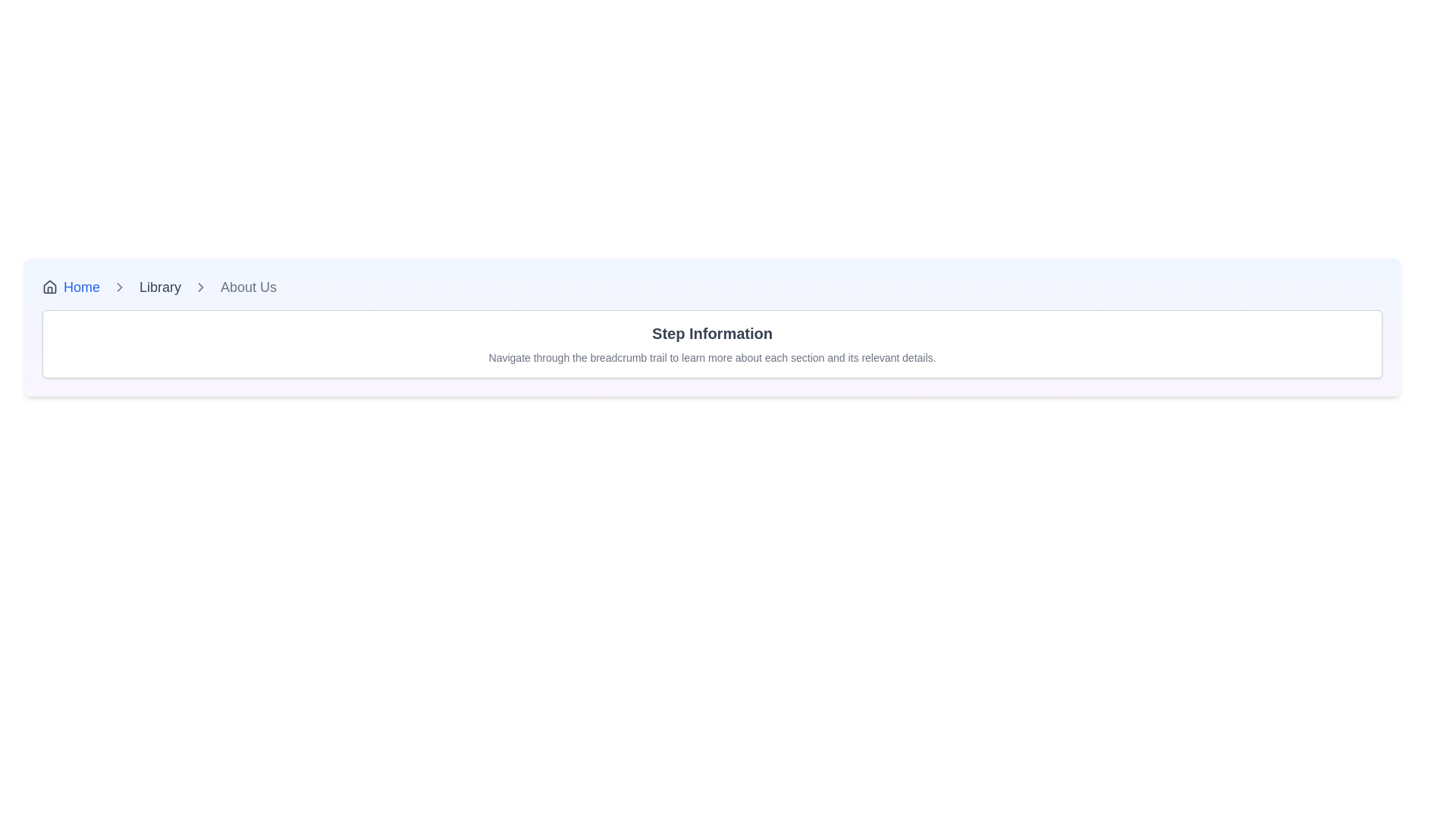  Describe the element at coordinates (199, 287) in the screenshot. I see `the chevron-right SVG icon, which is the third icon in the breadcrumb navigation, positioned between 'Library' and 'About Us' text` at that location.